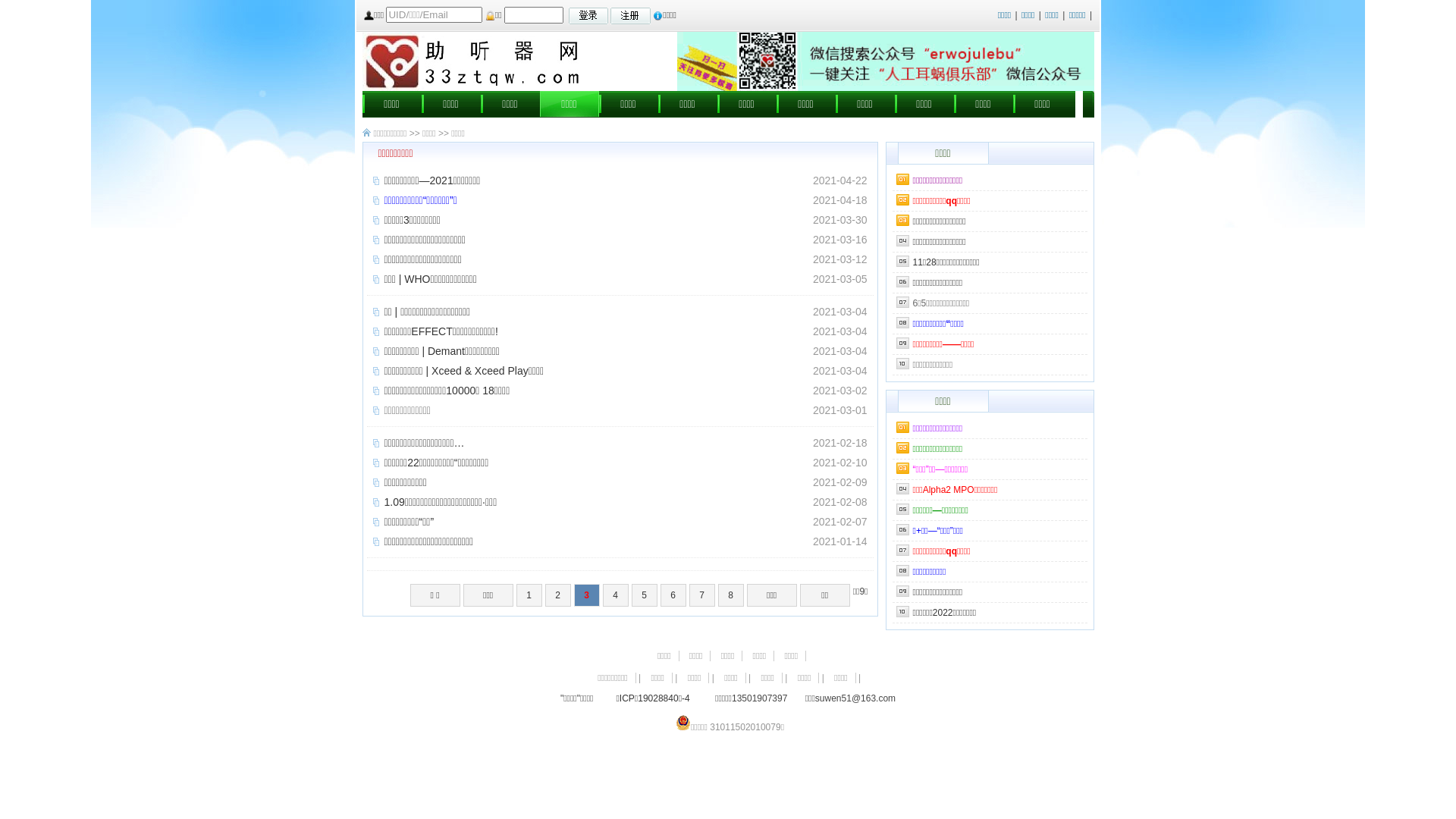 The width and height of the screenshot is (1456, 819). Describe the element at coordinates (529, 595) in the screenshot. I see `'1'` at that location.